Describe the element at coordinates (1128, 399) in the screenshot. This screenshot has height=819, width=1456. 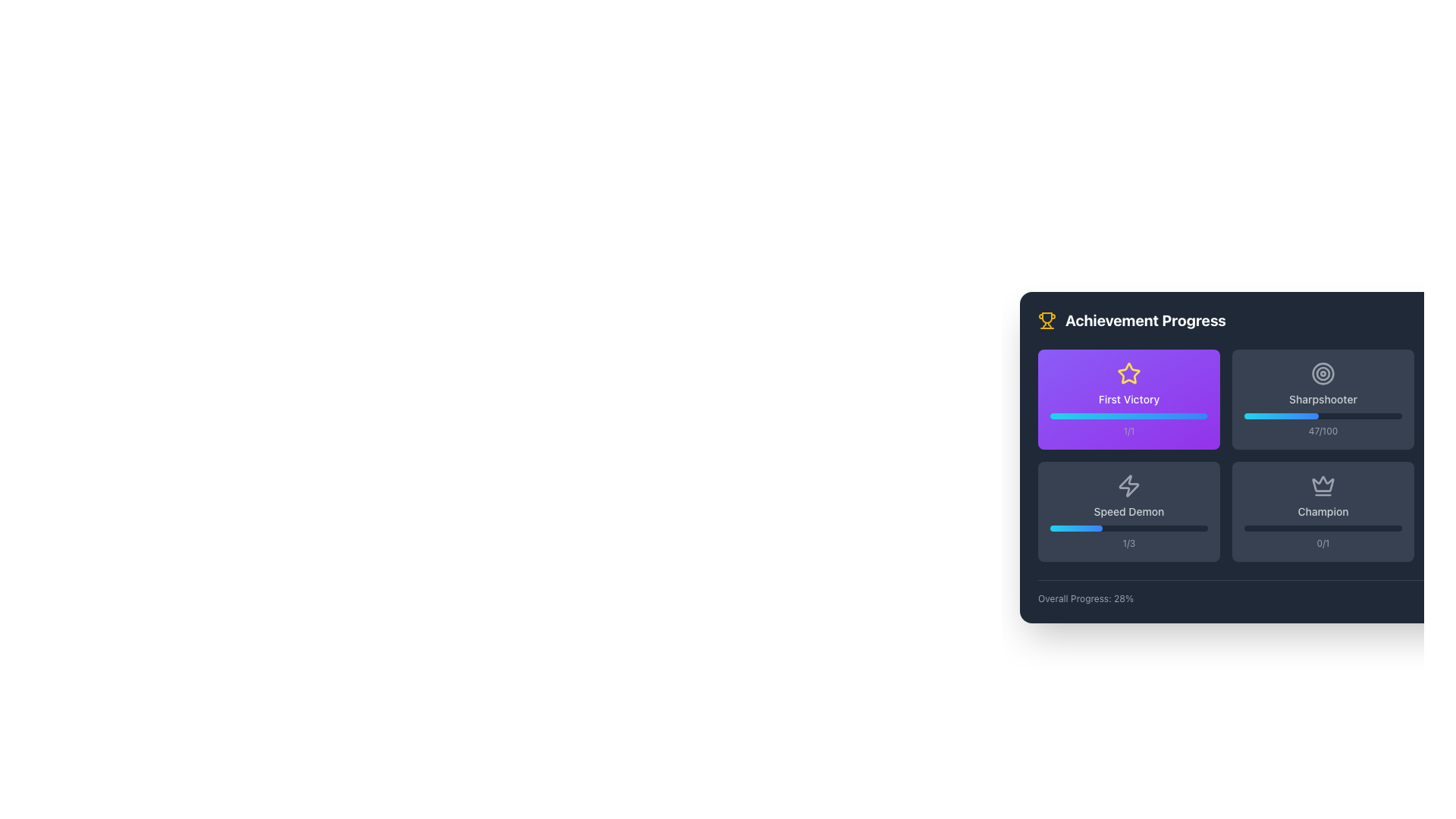
I see `the 'First Victory' text label, which is bold and white, located on a light purple background in the top left card of the 'Achievement Progress' section` at that location.